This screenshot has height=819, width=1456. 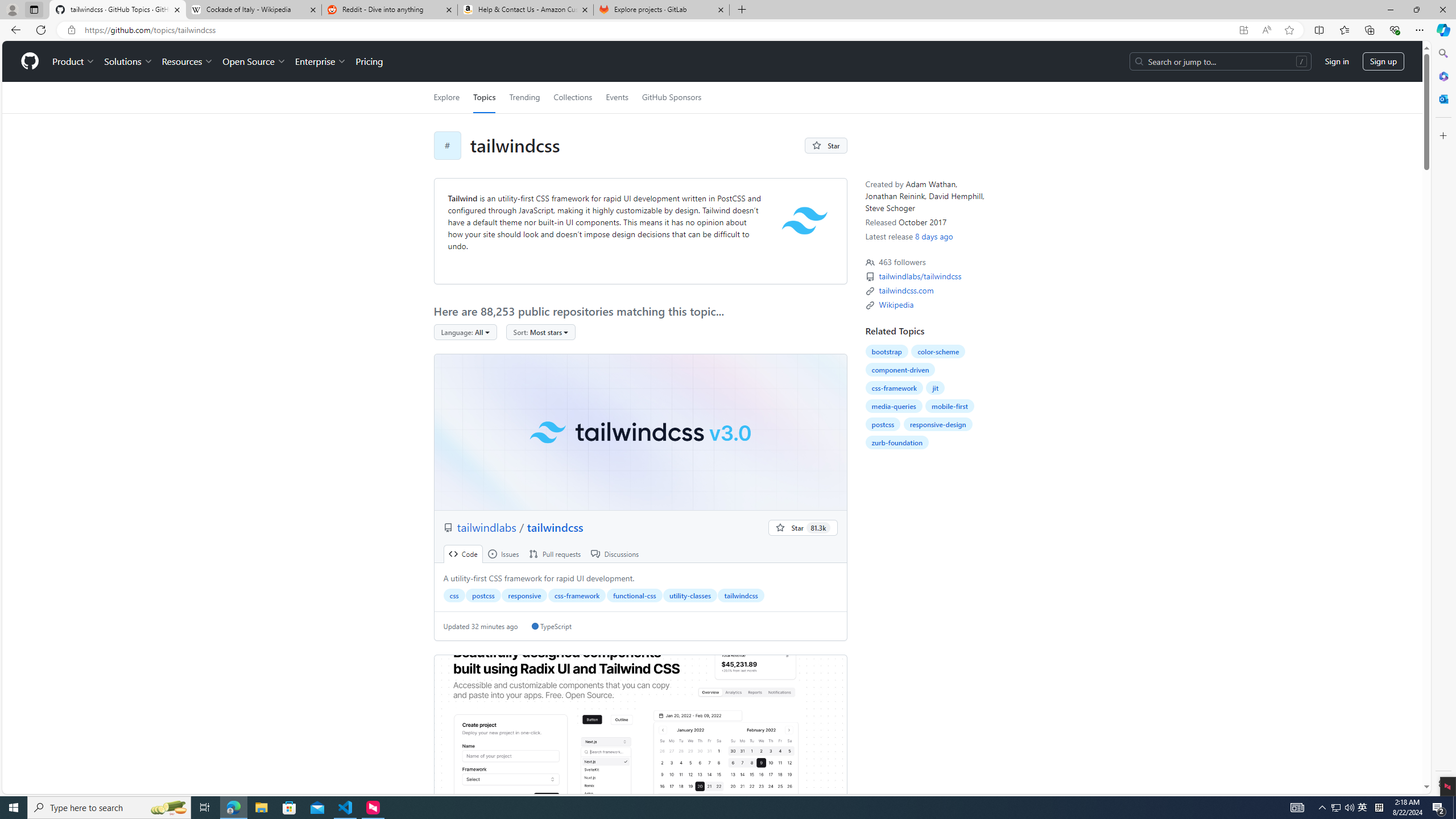 I want to click on ' Pull requests', so click(x=555, y=553).